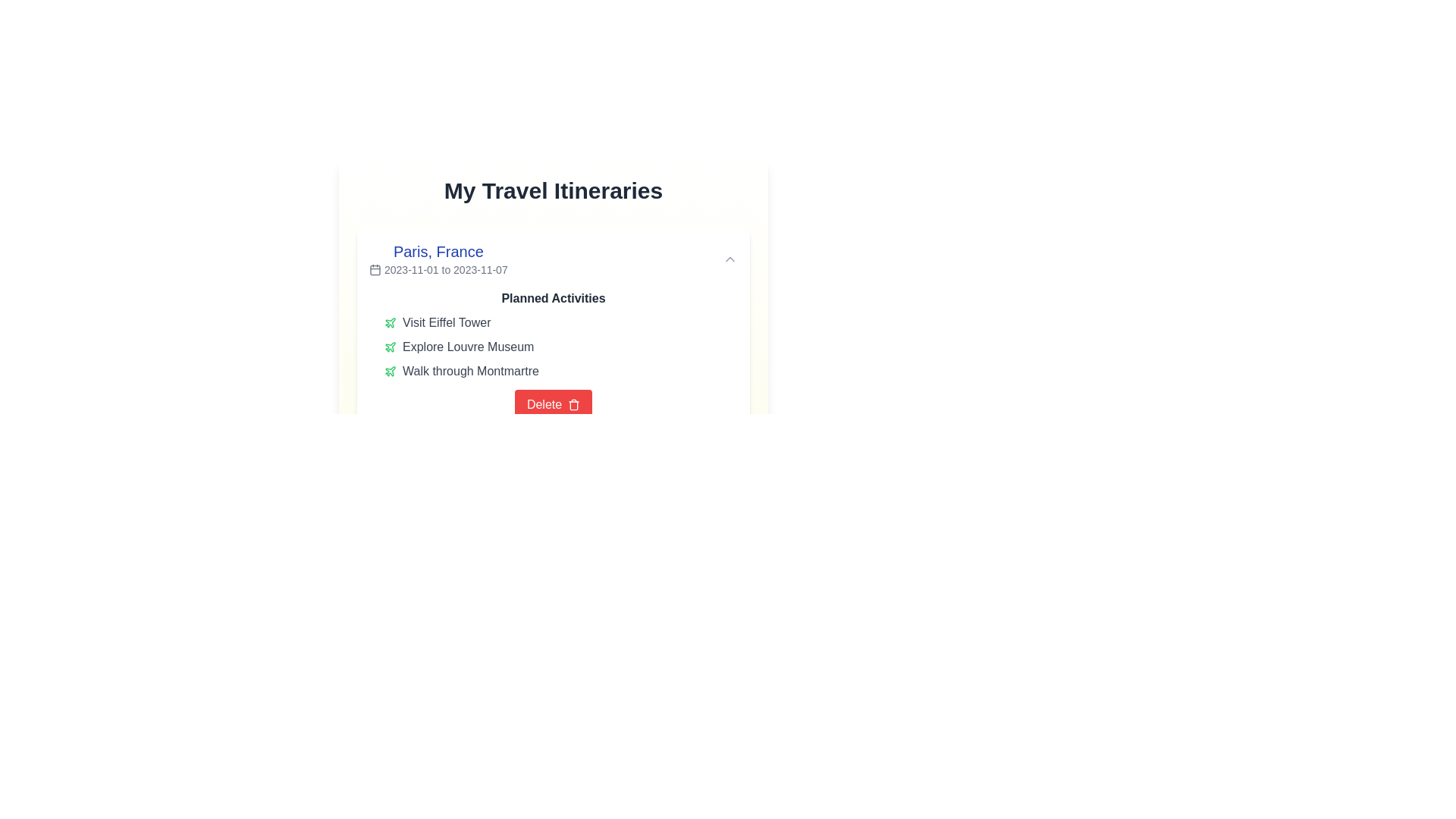  What do you see at coordinates (552, 403) in the screenshot?
I see `the 'Delete' button with a red background and white text, located at the bottom of the 'Planned Activities' section, to change its background color` at bounding box center [552, 403].